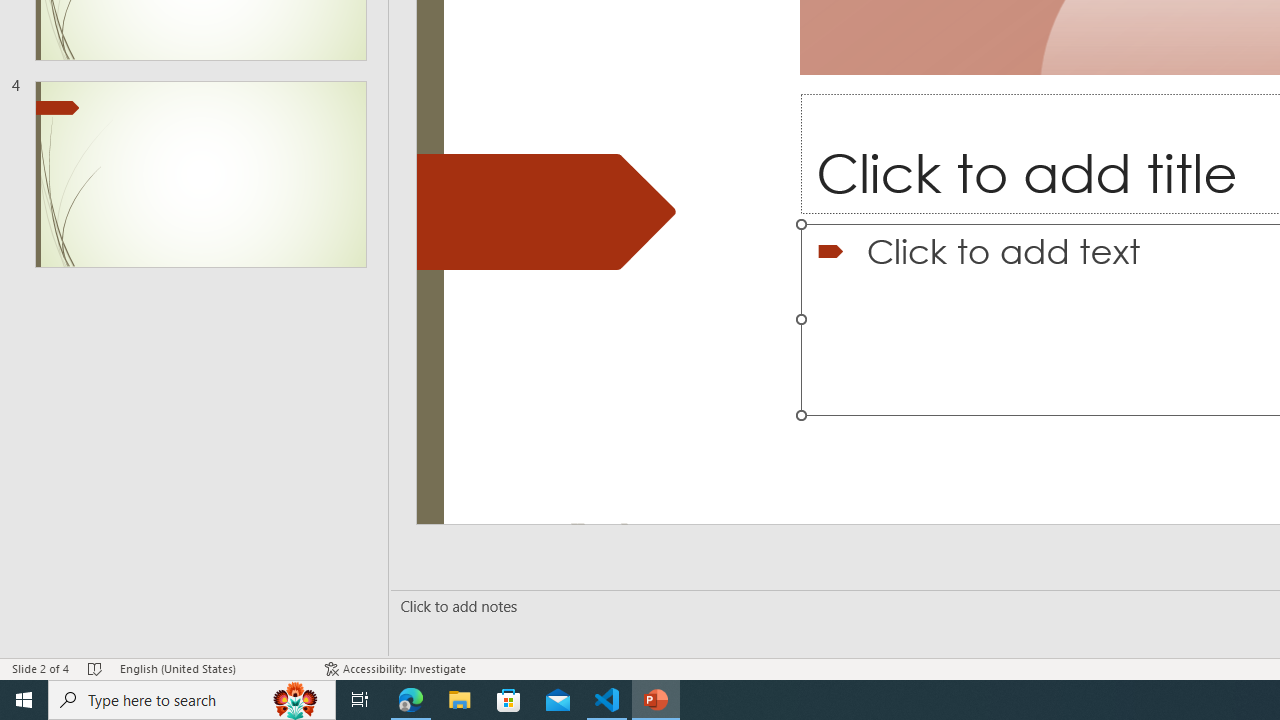 This screenshot has width=1280, height=720. What do you see at coordinates (546, 212) in the screenshot?
I see `'Decorative Locked'` at bounding box center [546, 212].